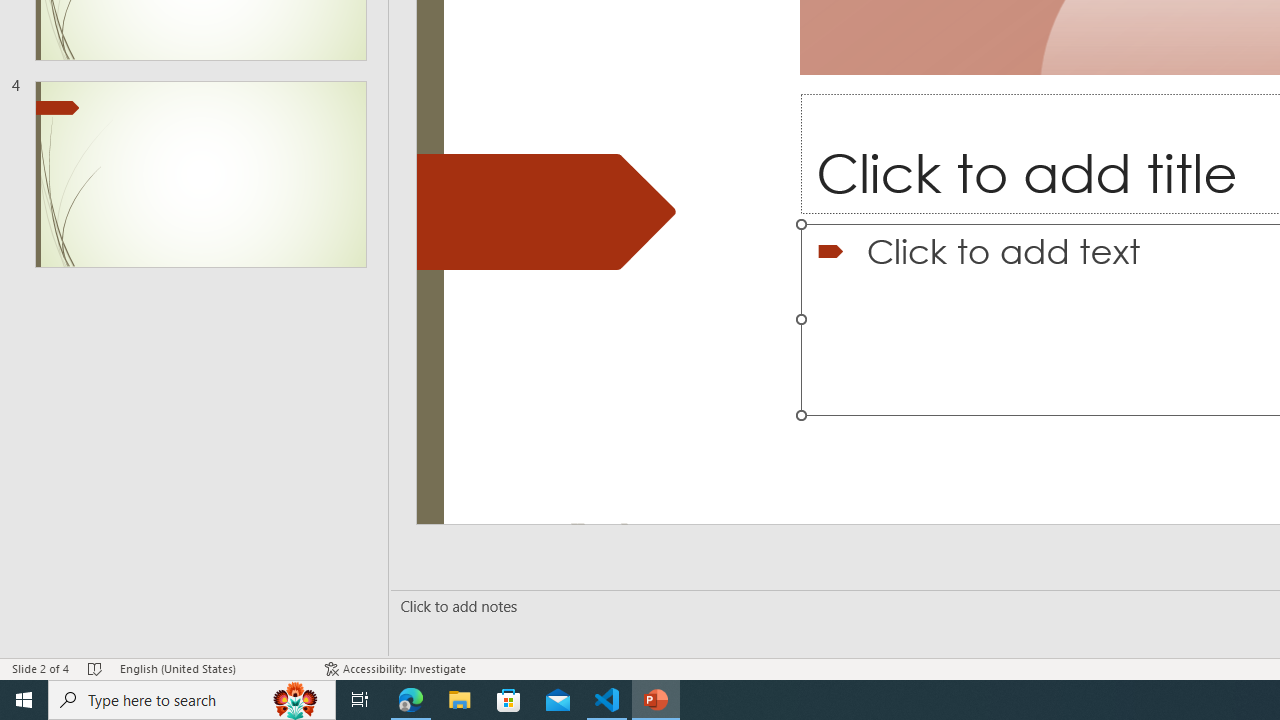 This screenshot has width=1280, height=720. What do you see at coordinates (546, 212) in the screenshot?
I see `'Decorative Locked'` at bounding box center [546, 212].